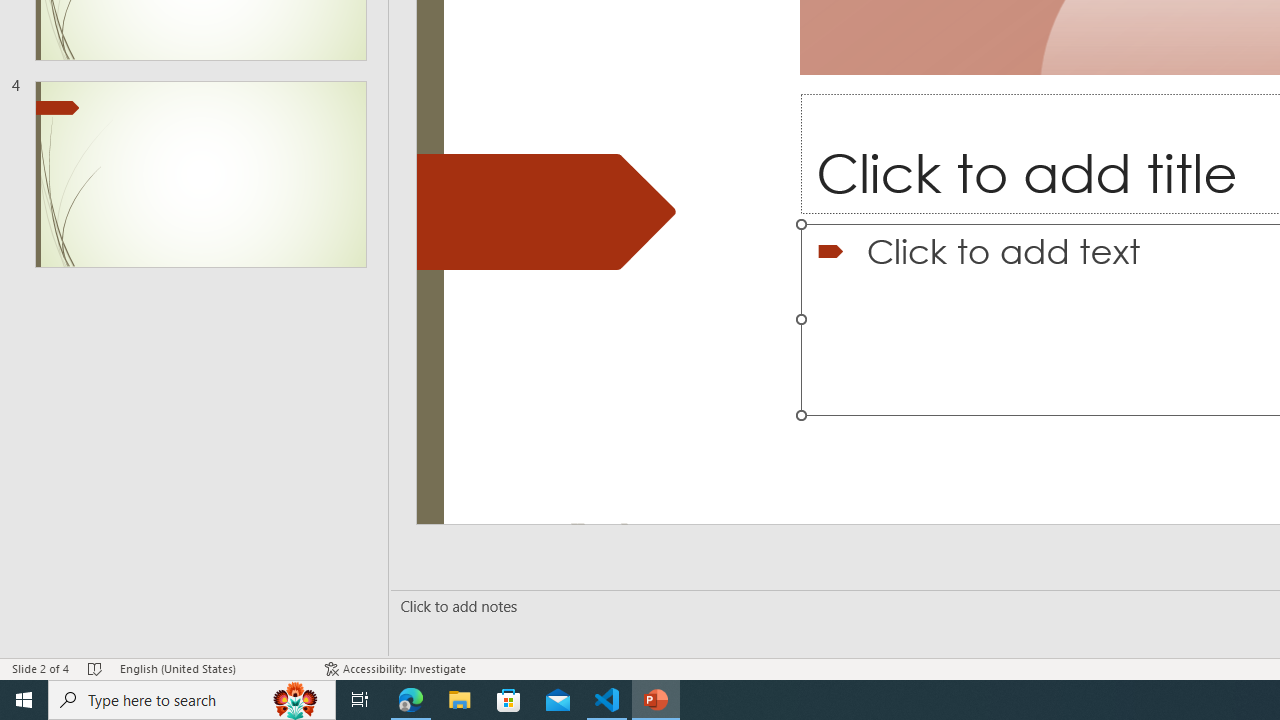 This screenshot has width=1280, height=720. What do you see at coordinates (546, 212) in the screenshot?
I see `'Decorative Locked'` at bounding box center [546, 212].